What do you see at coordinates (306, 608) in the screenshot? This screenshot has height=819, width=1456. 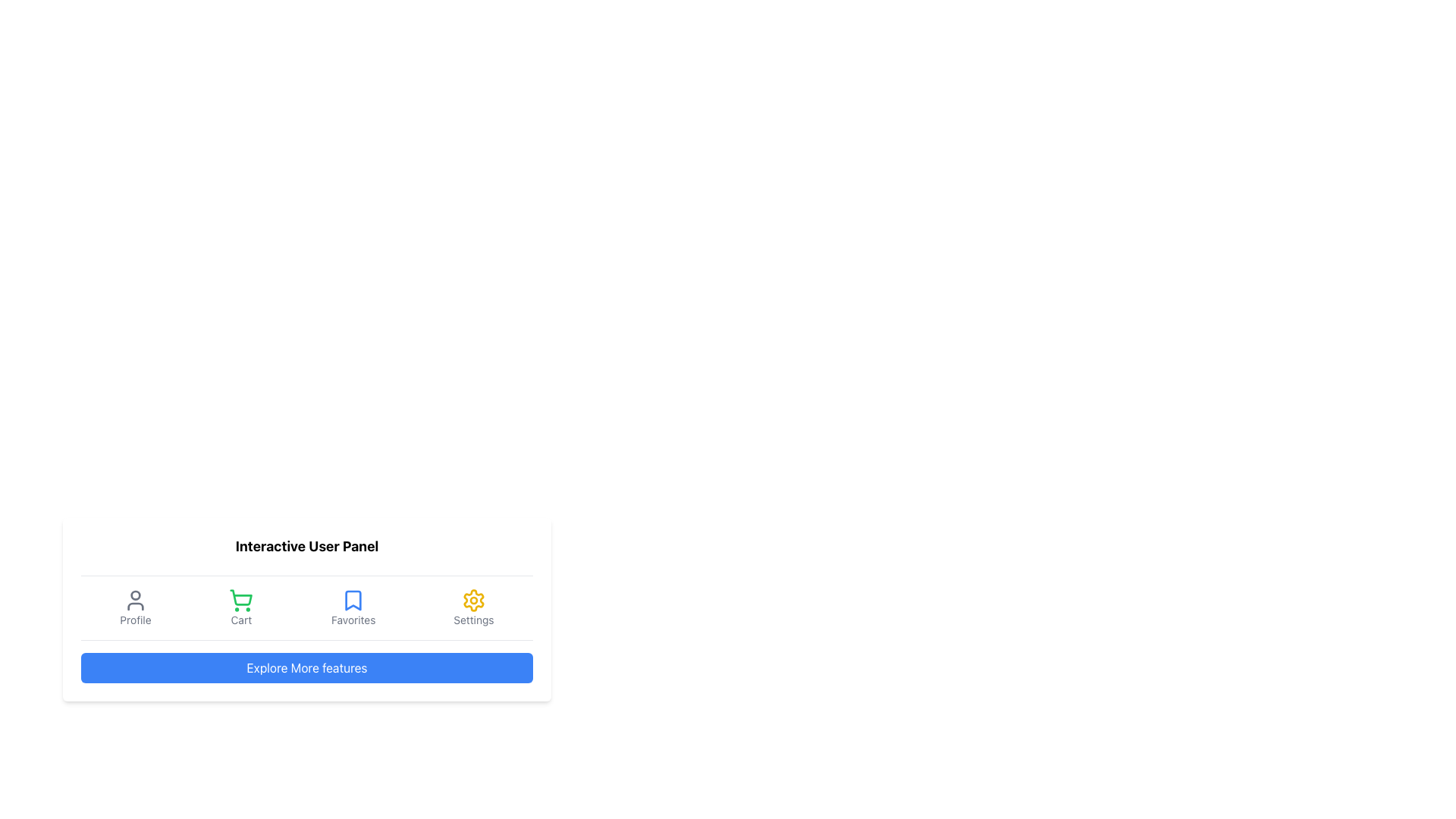 I see `the 'Favorites' button located in the composite panel for accessing saved items` at bounding box center [306, 608].